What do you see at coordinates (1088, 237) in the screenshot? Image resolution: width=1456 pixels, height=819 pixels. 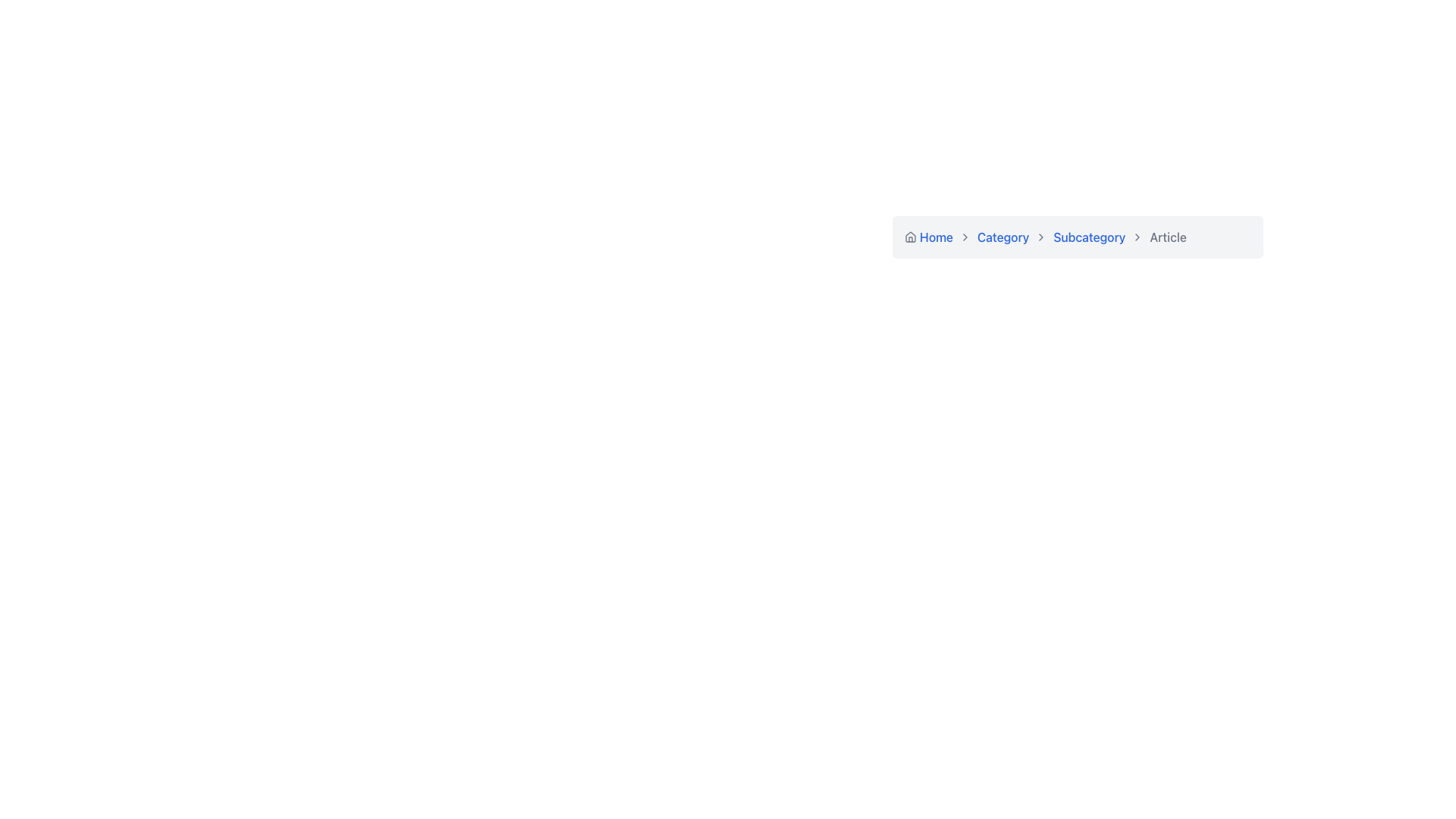 I see `the 'Subcategory' hyperlink in the breadcrumb navigation` at bounding box center [1088, 237].